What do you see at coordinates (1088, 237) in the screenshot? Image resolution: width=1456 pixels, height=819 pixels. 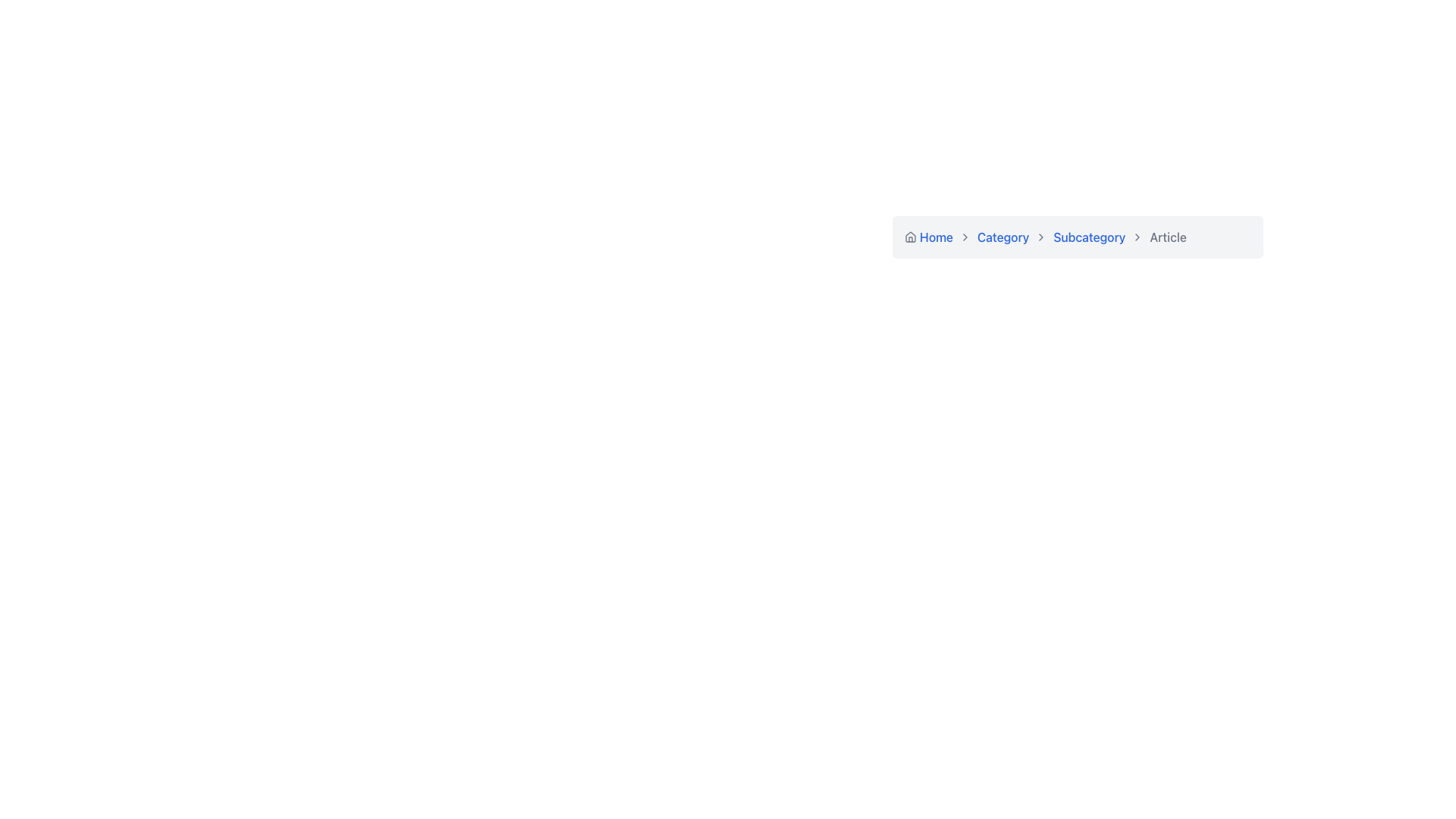 I see `the 'Subcategory' hyperlink in the breadcrumb navigation` at bounding box center [1088, 237].